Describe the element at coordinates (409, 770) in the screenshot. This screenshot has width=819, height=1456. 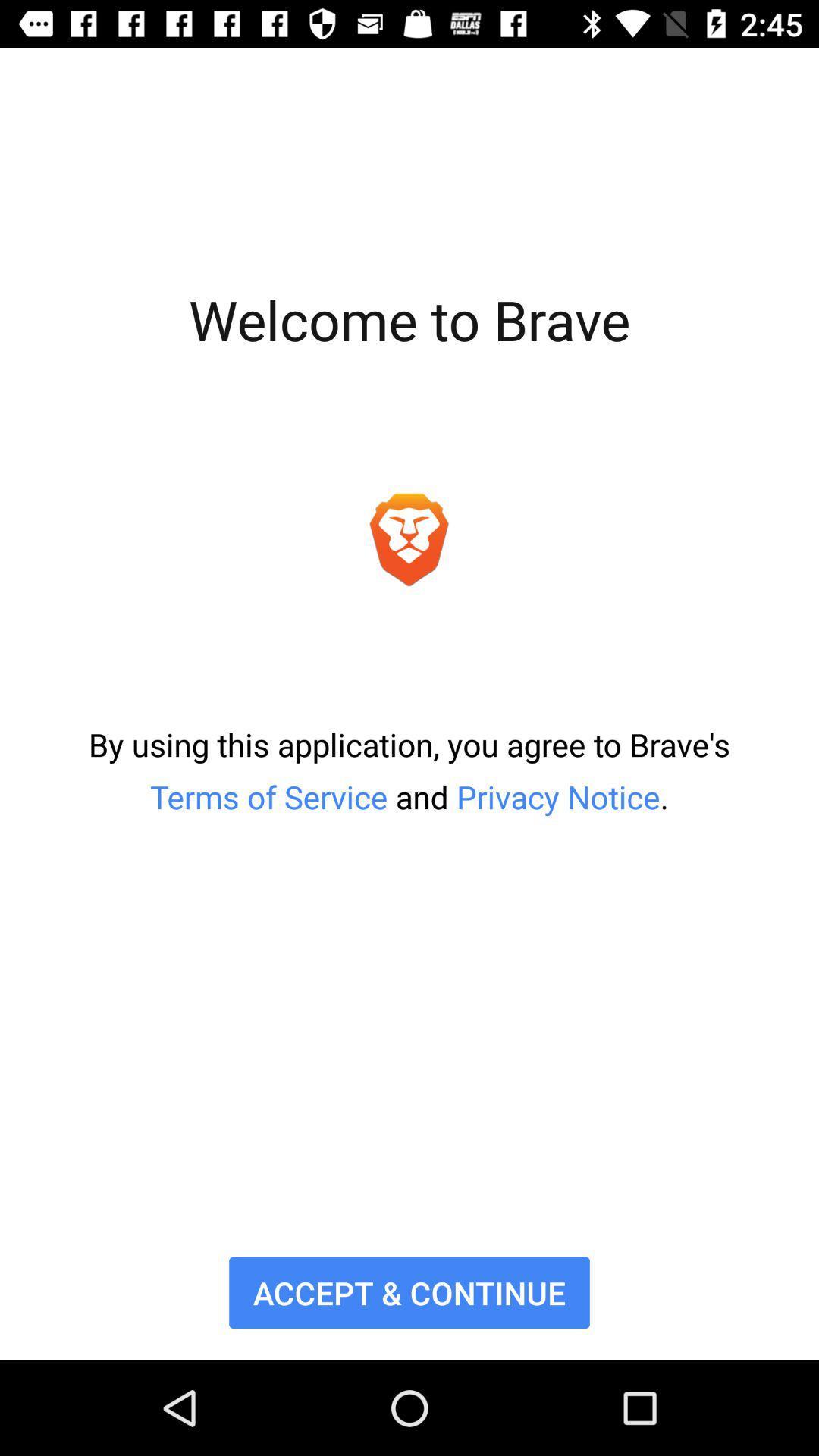
I see `the icon above accept & continue item` at that location.